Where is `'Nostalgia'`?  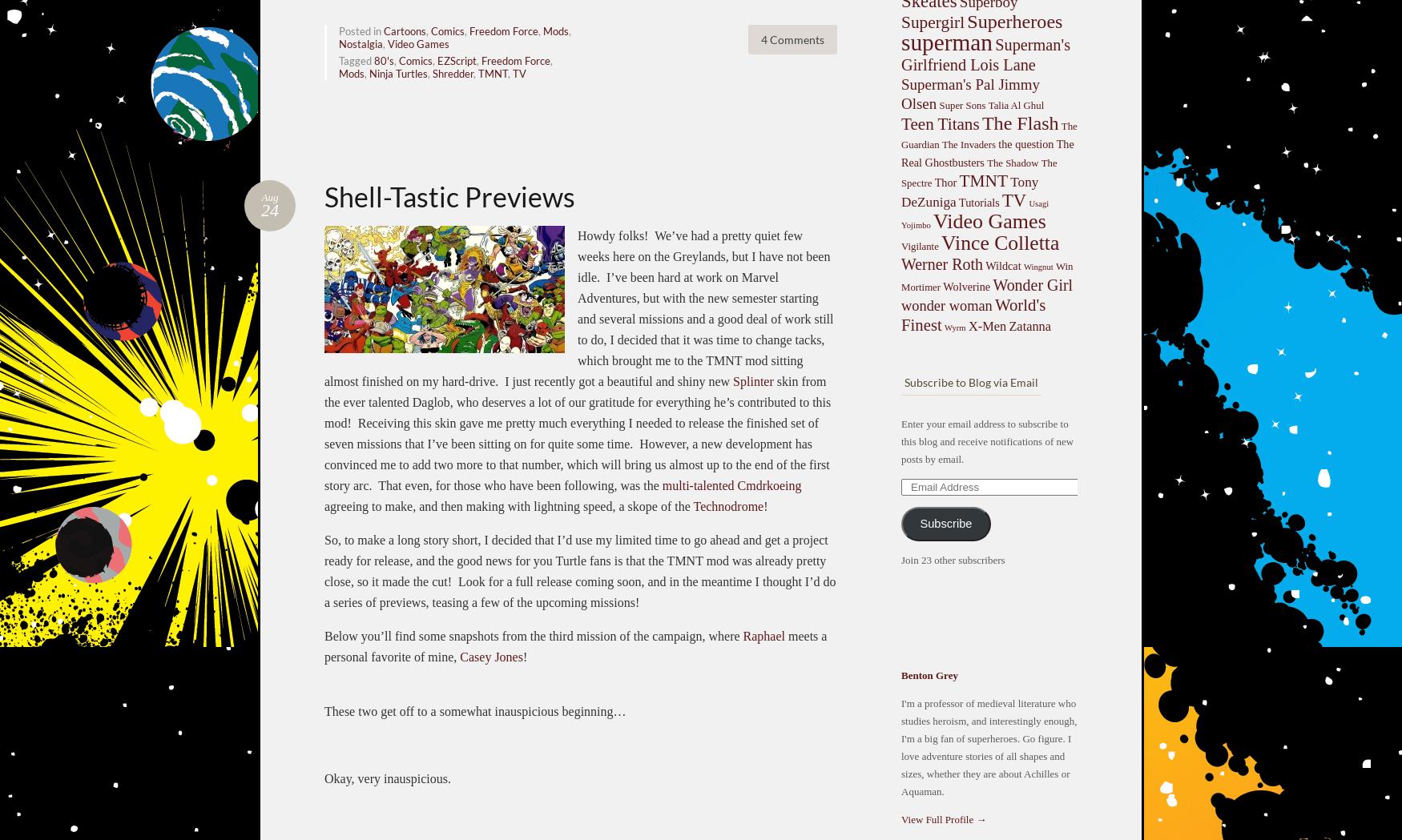 'Nostalgia' is located at coordinates (361, 43).